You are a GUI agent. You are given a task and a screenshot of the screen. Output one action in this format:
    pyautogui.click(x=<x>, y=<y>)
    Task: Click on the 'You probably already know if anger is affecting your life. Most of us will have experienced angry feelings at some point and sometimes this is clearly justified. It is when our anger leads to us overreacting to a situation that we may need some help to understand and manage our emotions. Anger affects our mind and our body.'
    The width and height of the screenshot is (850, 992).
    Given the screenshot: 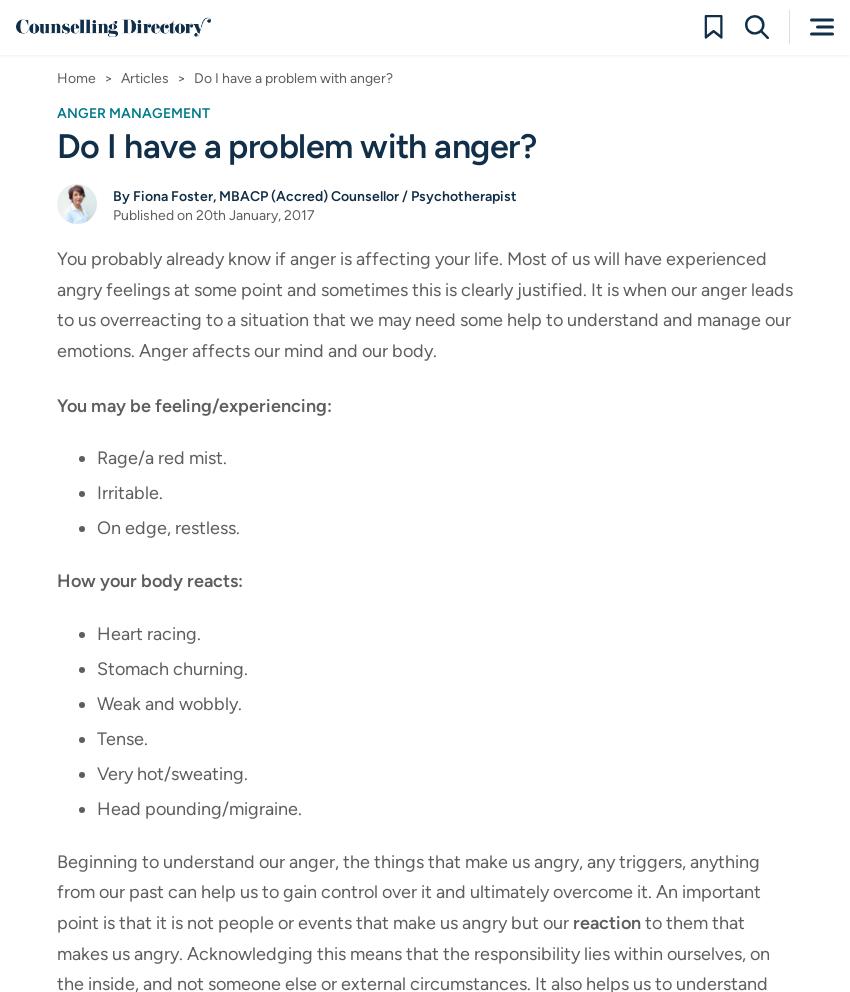 What is the action you would take?
    pyautogui.click(x=57, y=304)
    